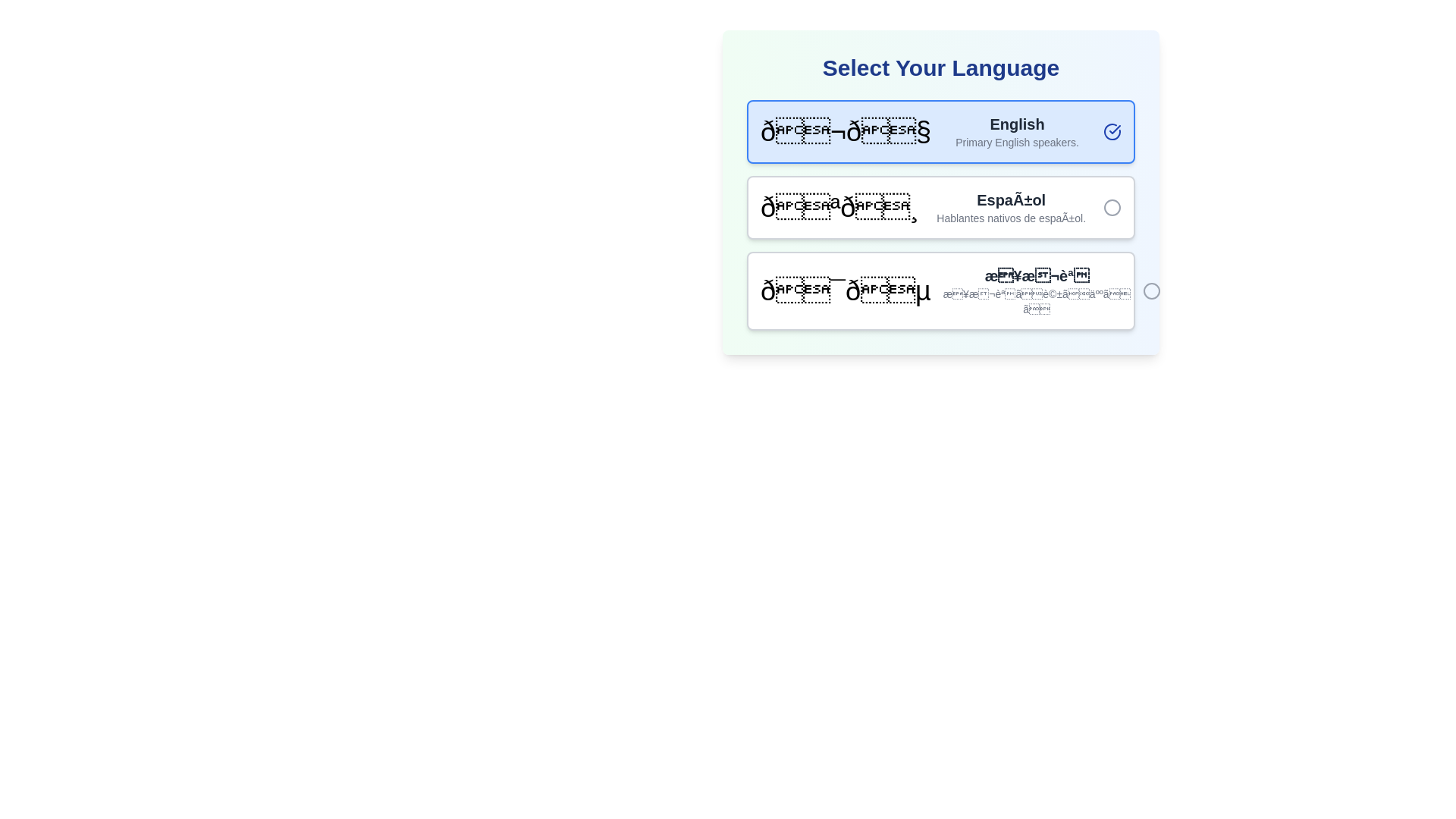 Image resolution: width=1456 pixels, height=819 pixels. Describe the element at coordinates (1017, 143) in the screenshot. I see `the descriptive text label that provides context for the 'English' language option in the language selection interface` at that location.